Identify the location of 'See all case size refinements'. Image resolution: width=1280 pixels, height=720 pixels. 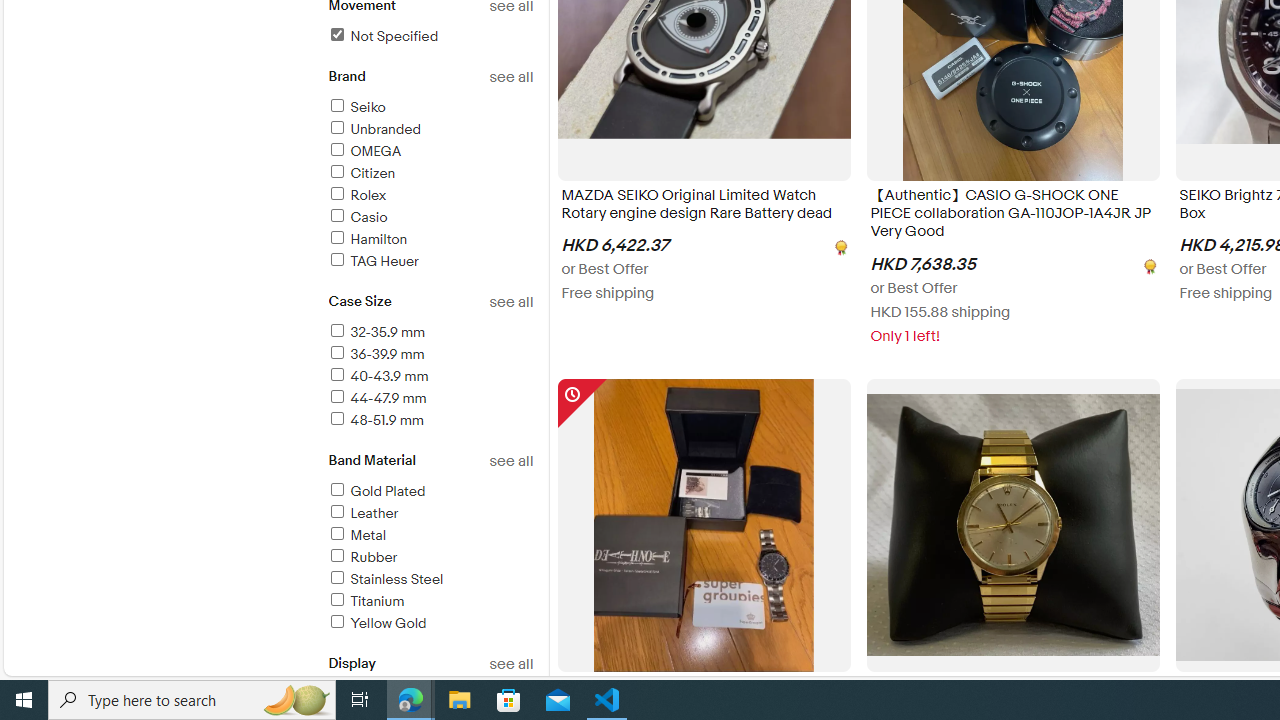
(511, 302).